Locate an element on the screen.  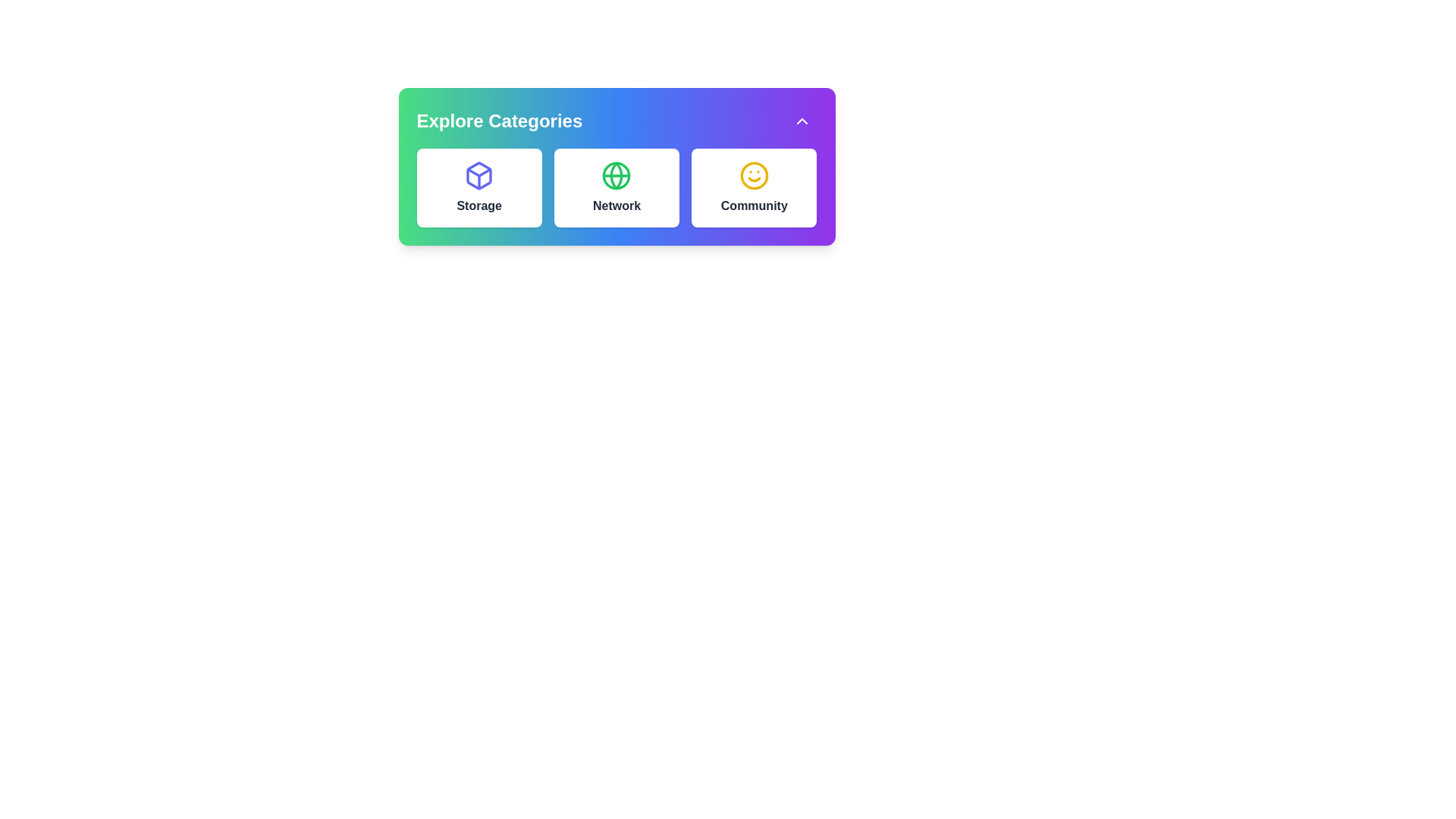
the smiley face icon with a yellow outline located in the fourth button area of the 'Explore Categories' card is located at coordinates (754, 174).